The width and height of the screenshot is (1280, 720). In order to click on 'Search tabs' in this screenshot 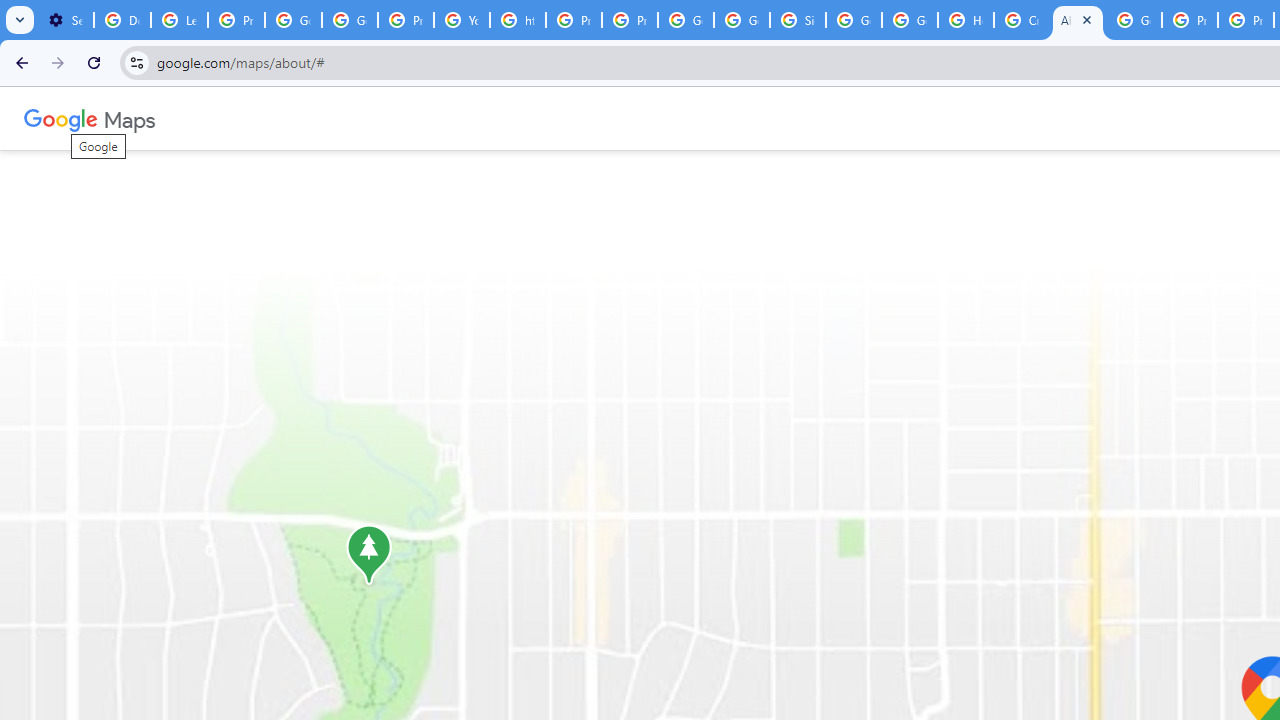, I will do `click(20, 20)`.